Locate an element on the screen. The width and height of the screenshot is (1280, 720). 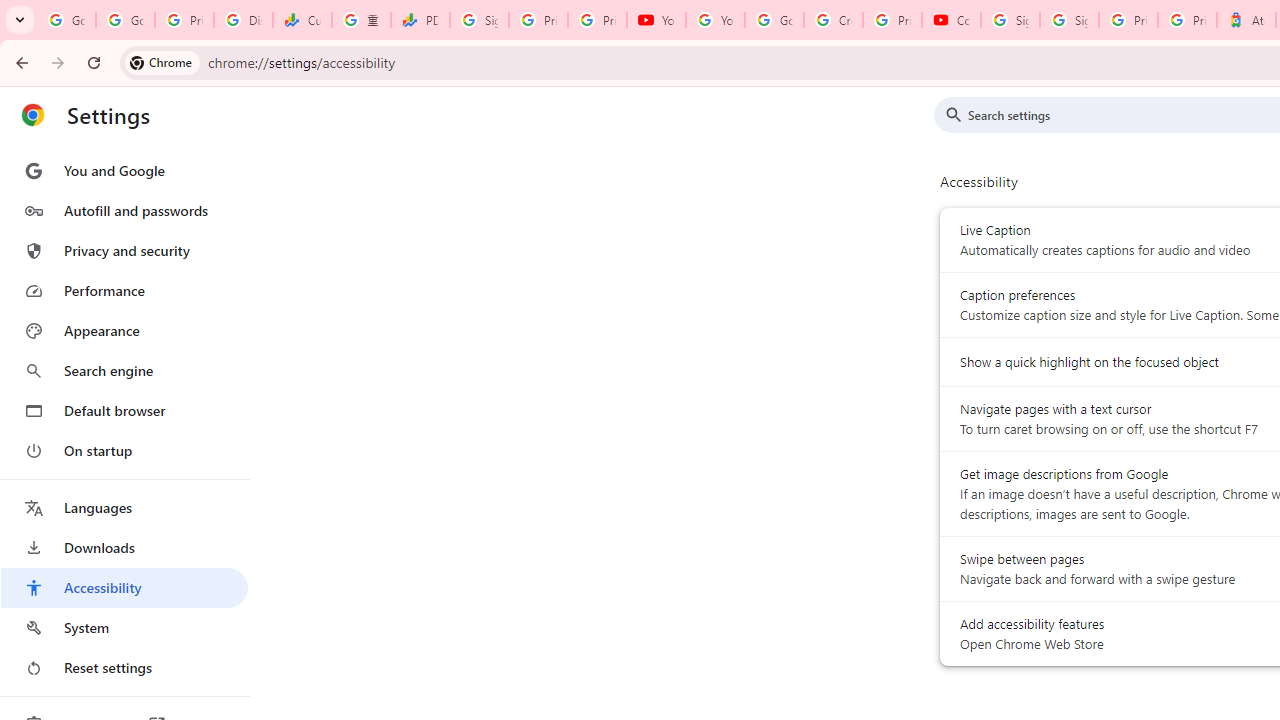
'Currencies - Google Finance' is located at coordinates (301, 20).